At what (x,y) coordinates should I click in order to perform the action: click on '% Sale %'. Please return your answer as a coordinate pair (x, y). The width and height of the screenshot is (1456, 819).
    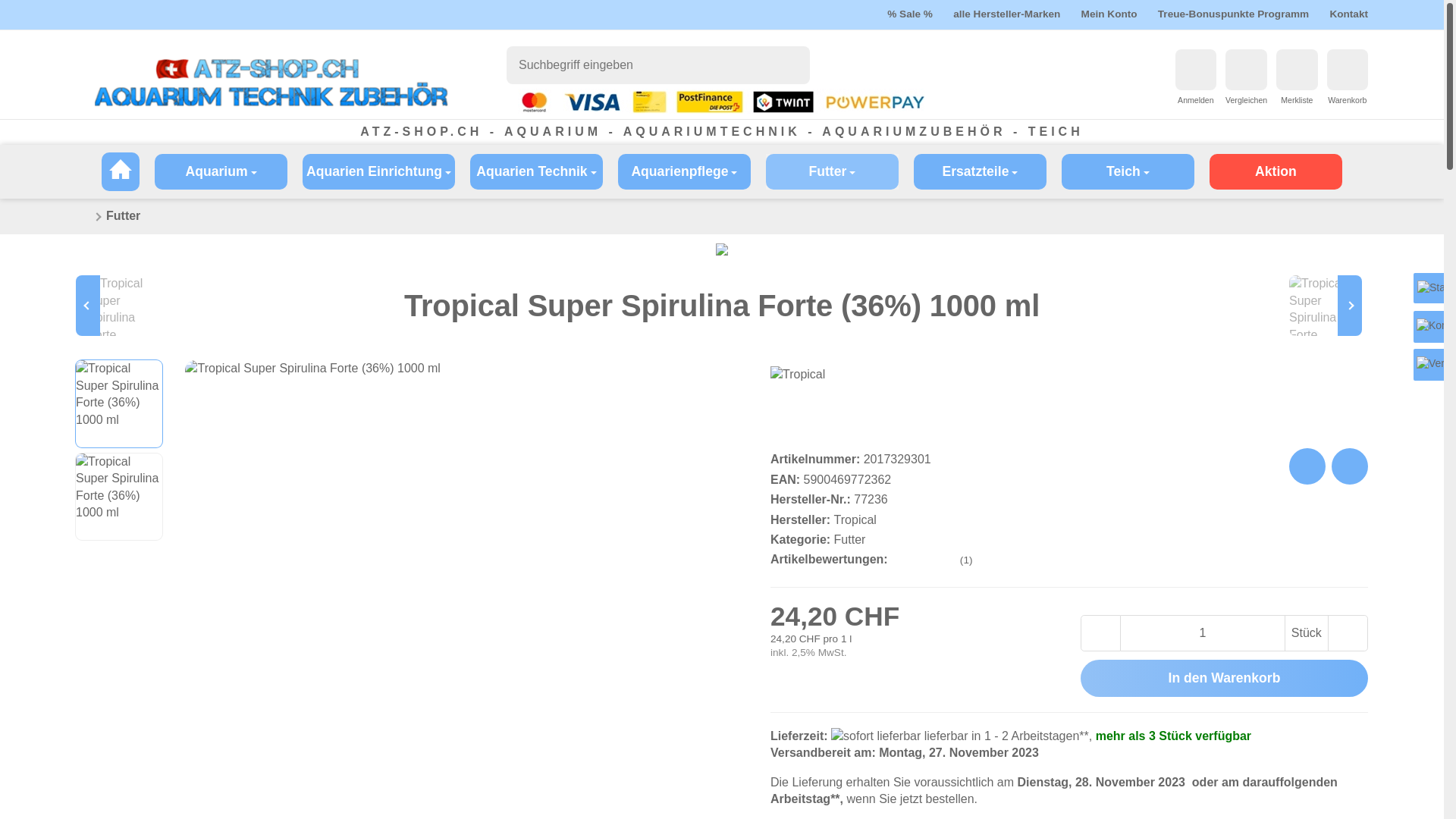
    Looking at the image, I should click on (910, 14).